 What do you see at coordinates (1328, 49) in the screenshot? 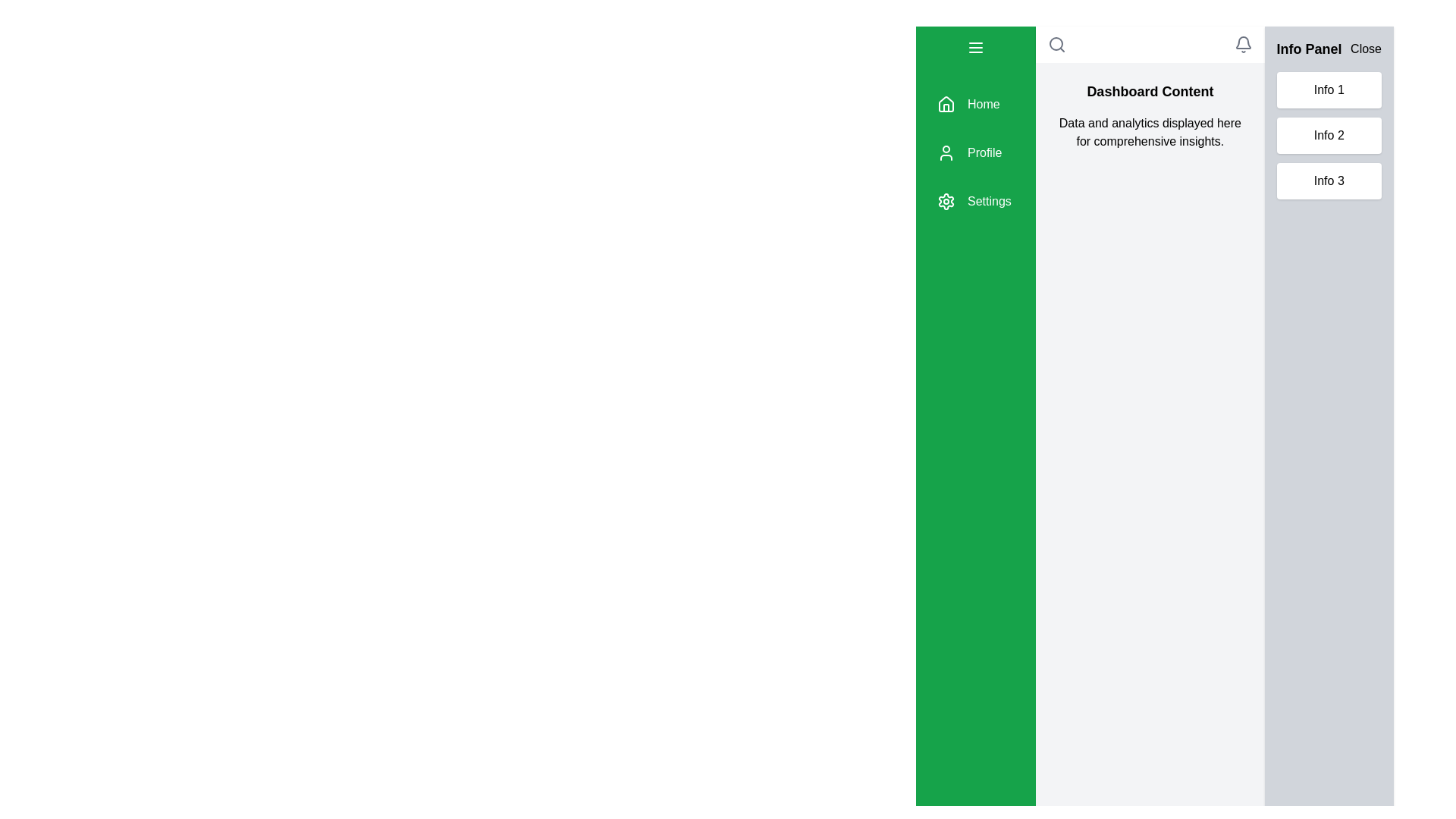
I see `the 'Info Panel' header element located at the top of the gray sidebar` at bounding box center [1328, 49].